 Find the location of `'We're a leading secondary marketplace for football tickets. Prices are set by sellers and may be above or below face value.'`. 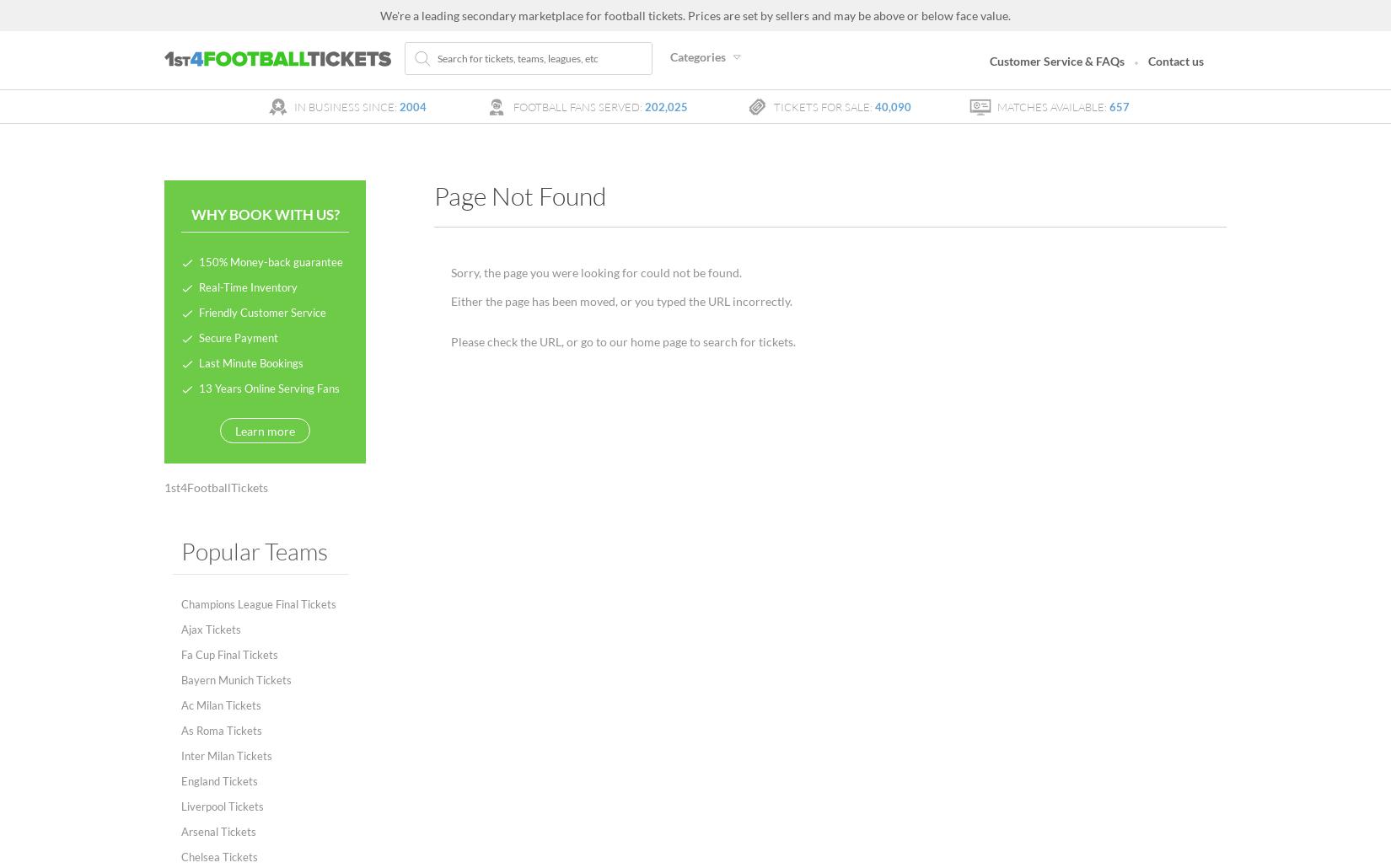

'We're a leading secondary marketplace for football tickets. Prices are set by sellers and may be above or below face value.' is located at coordinates (695, 15).